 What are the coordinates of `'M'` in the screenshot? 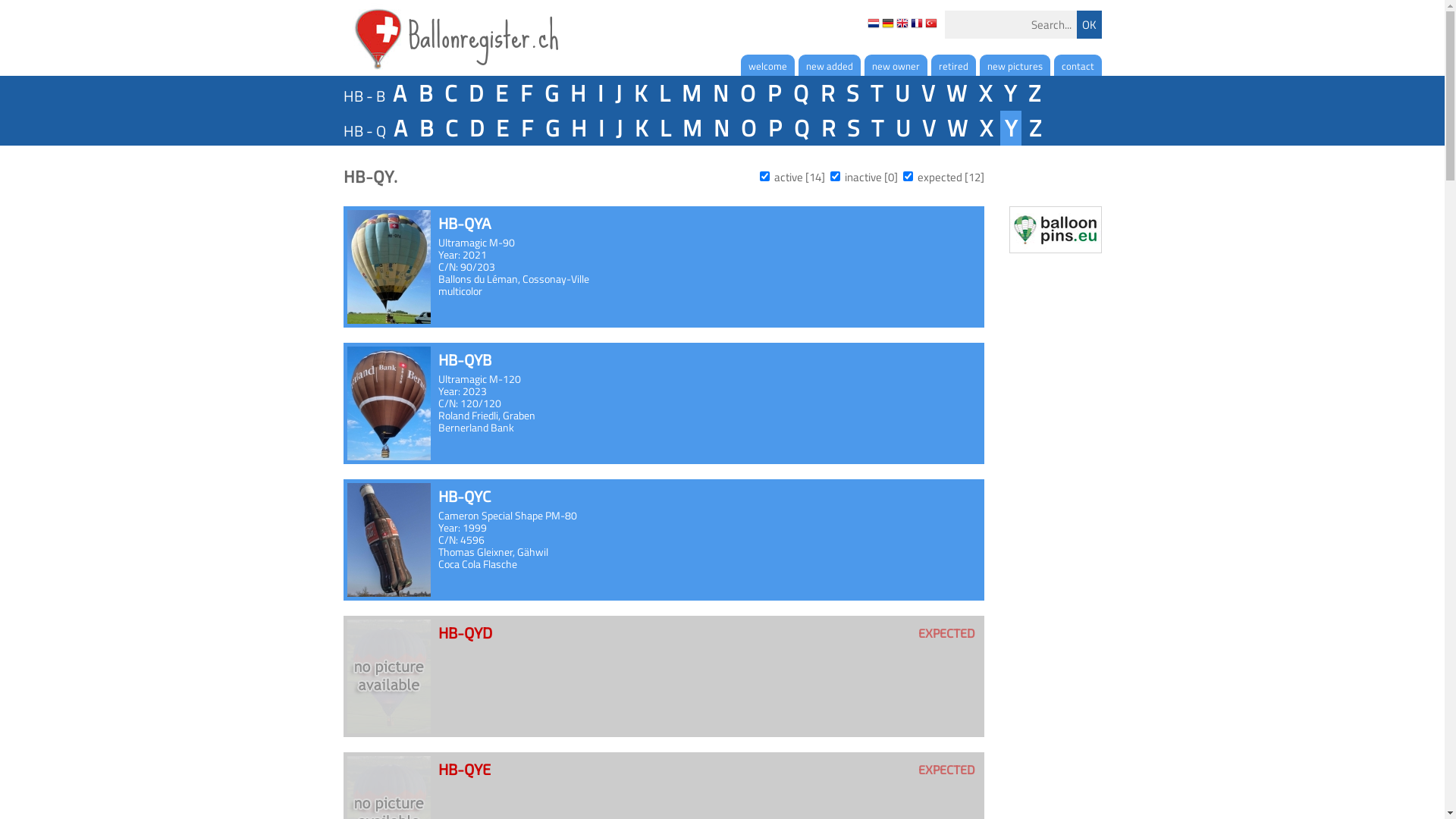 It's located at (689, 93).